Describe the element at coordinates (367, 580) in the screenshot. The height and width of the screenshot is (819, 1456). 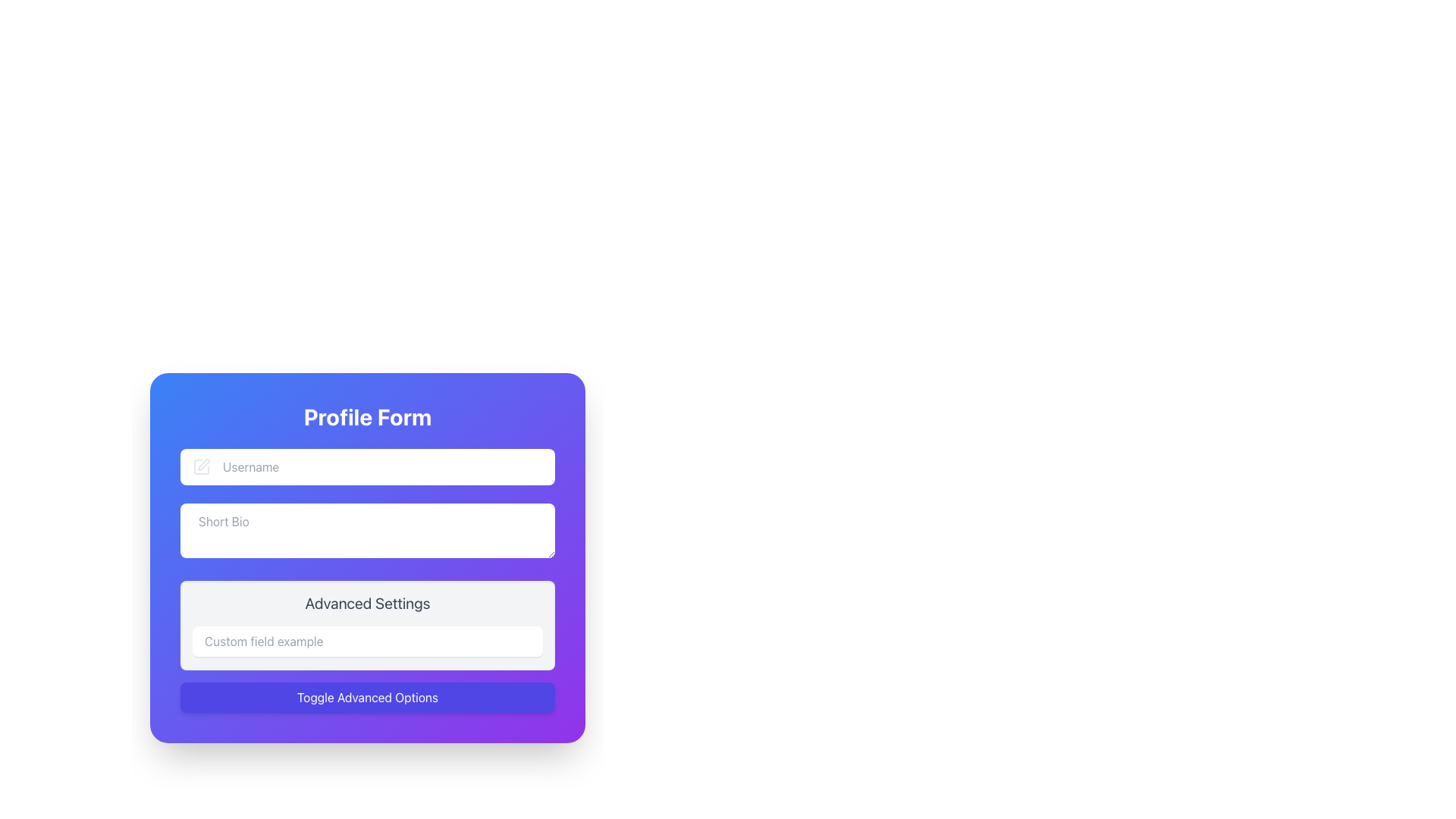
I see `the Label or Section Header that denotes the area for advanced settings in the Profile Form, located between the 'Short Bio' text input and the 'Toggle Advanced Options' button` at that location.